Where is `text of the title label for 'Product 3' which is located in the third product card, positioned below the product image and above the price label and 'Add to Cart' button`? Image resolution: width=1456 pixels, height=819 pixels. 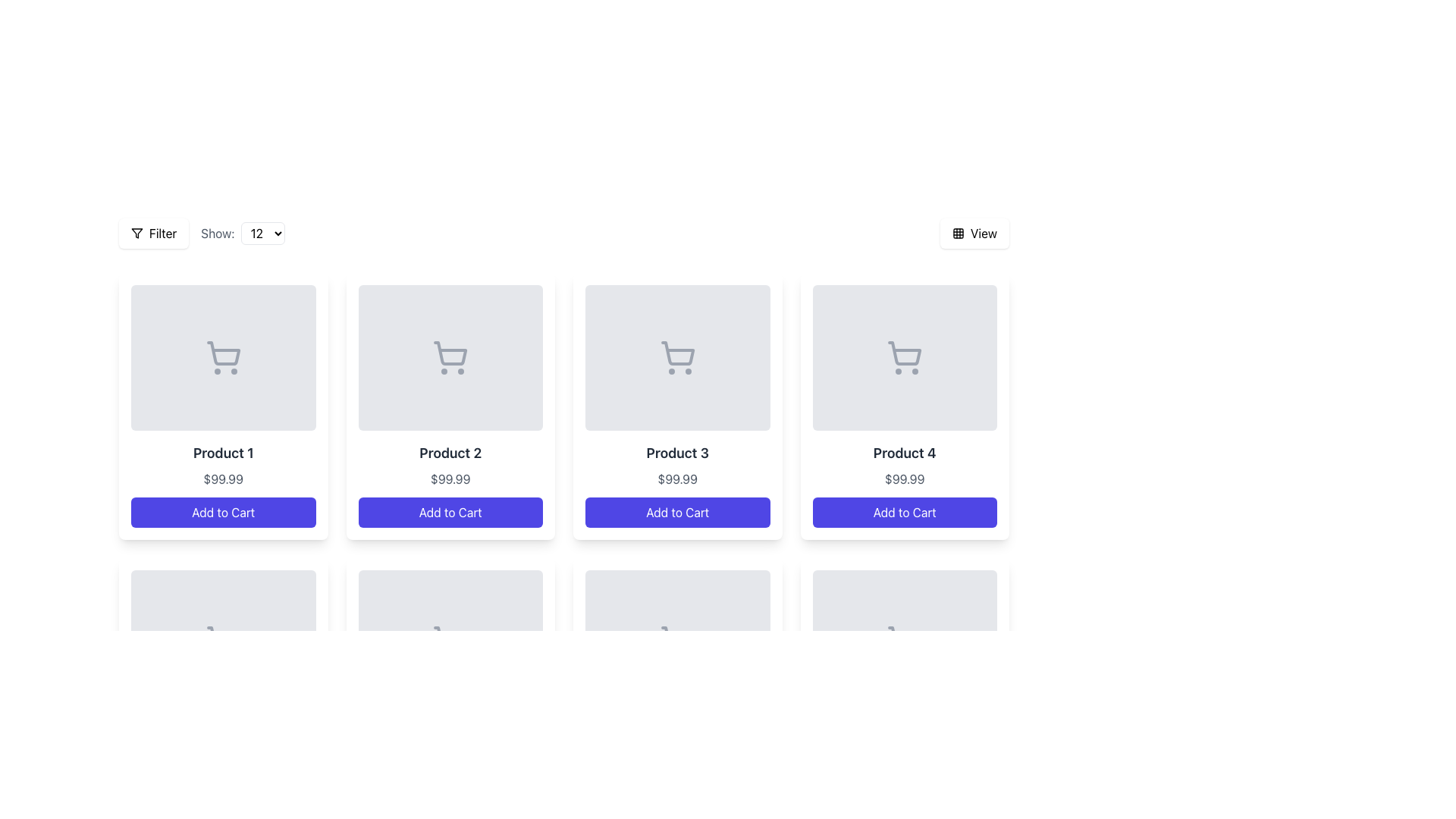
text of the title label for 'Product 3' which is located in the third product card, positioned below the product image and above the price label and 'Add to Cart' button is located at coordinates (676, 452).